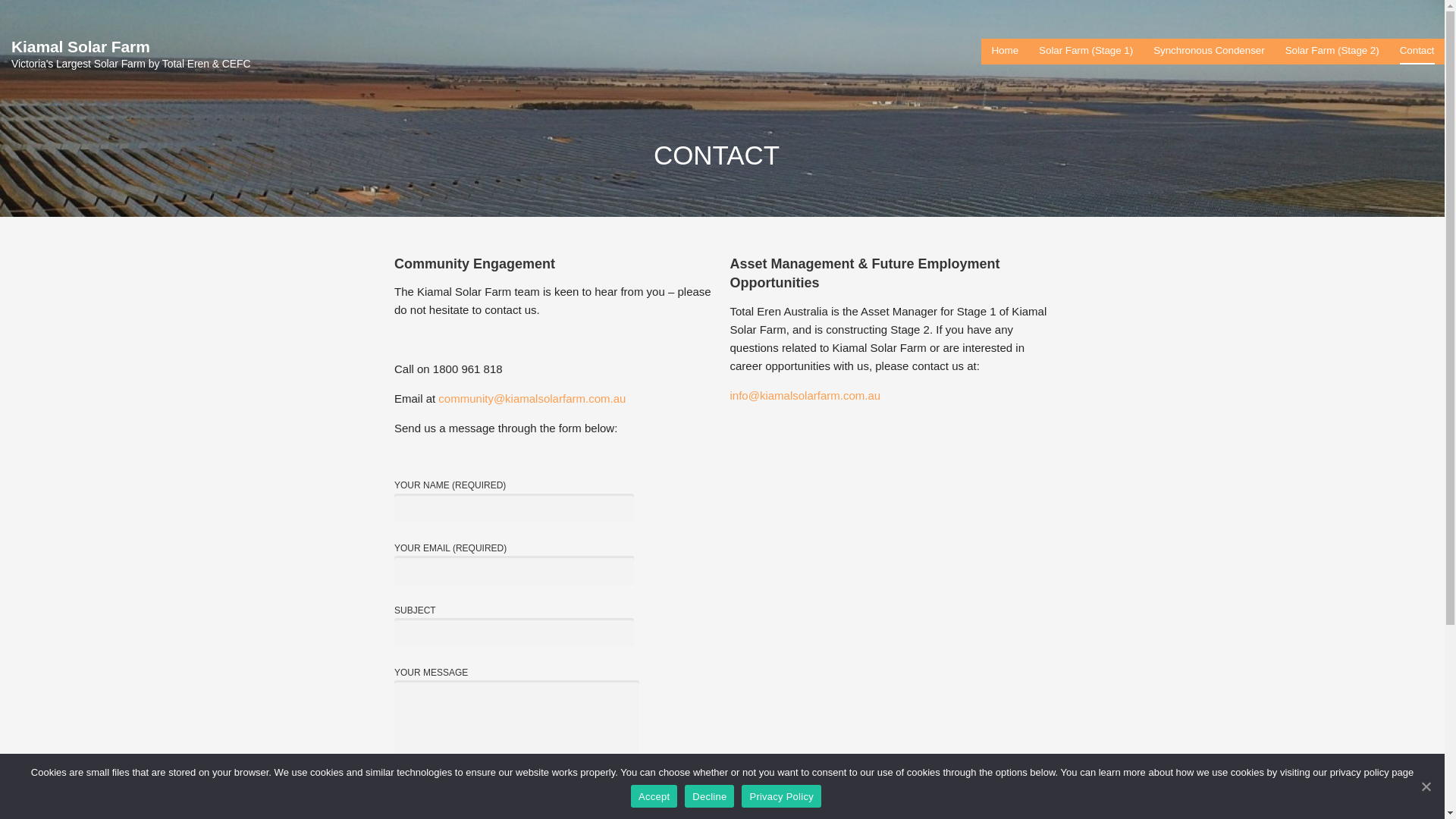  Describe the element at coordinates (1208, 51) in the screenshot. I see `'Synchronous Condenser'` at that location.